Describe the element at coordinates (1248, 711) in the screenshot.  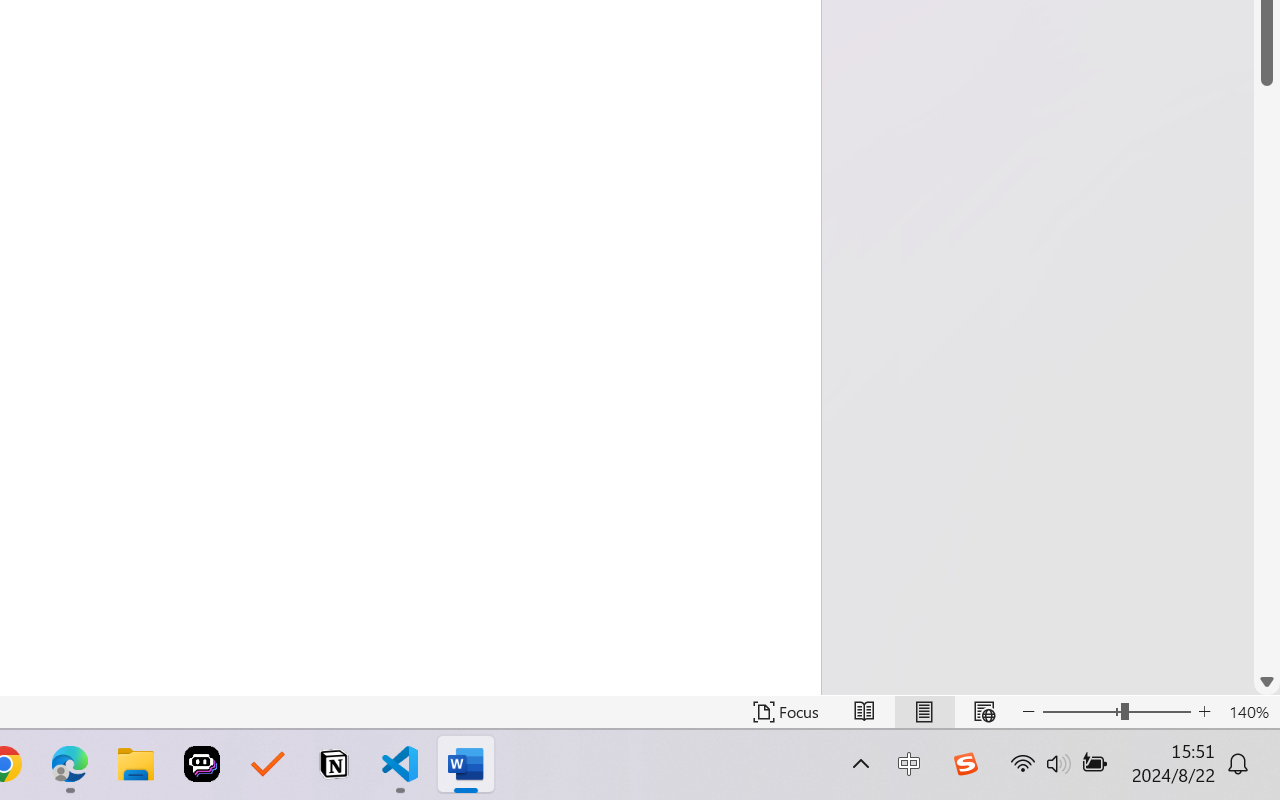
I see `'Zoom 140%'` at that location.